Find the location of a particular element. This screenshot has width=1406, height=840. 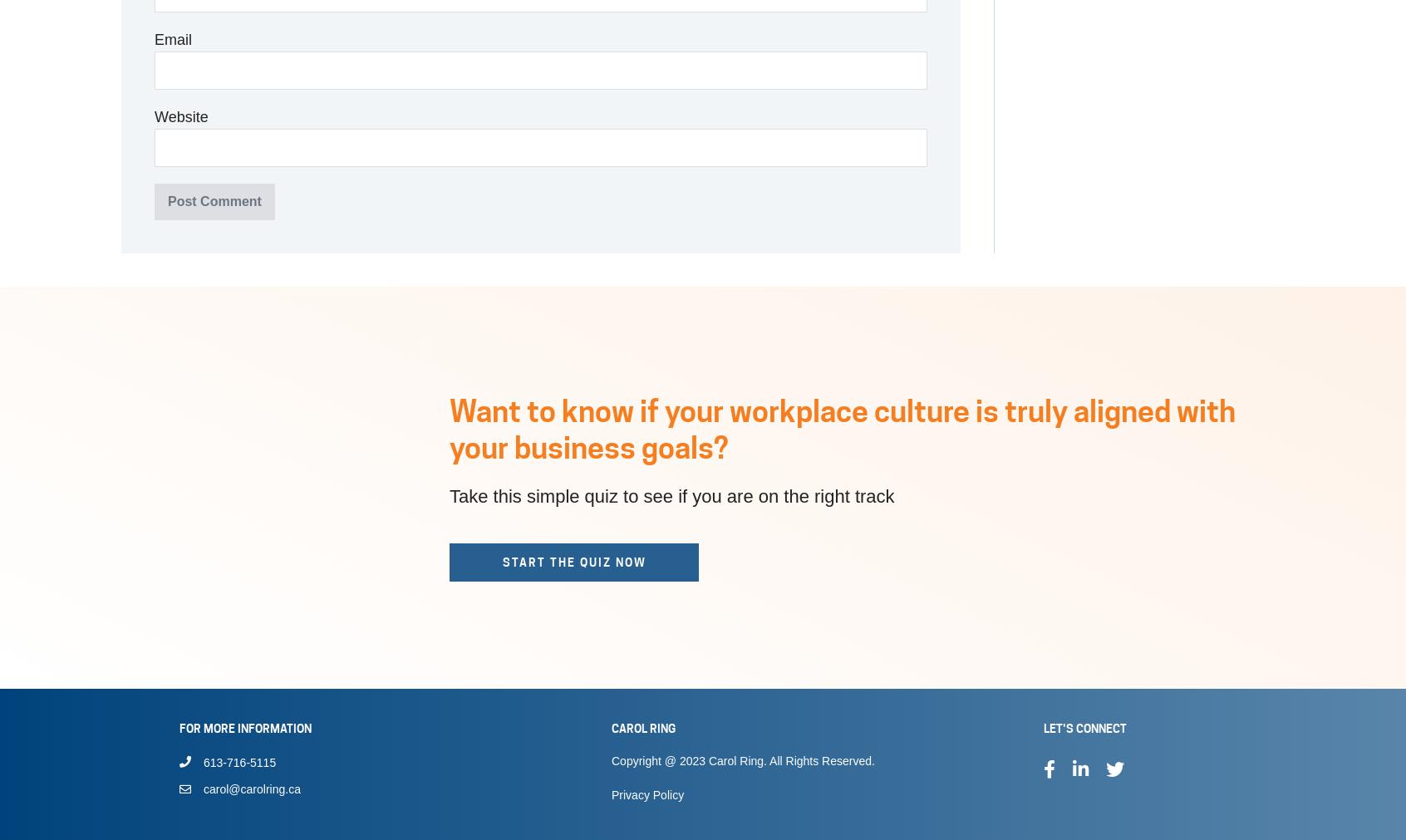

'Take this simple quiz to see if you are on the right track' is located at coordinates (671, 495).